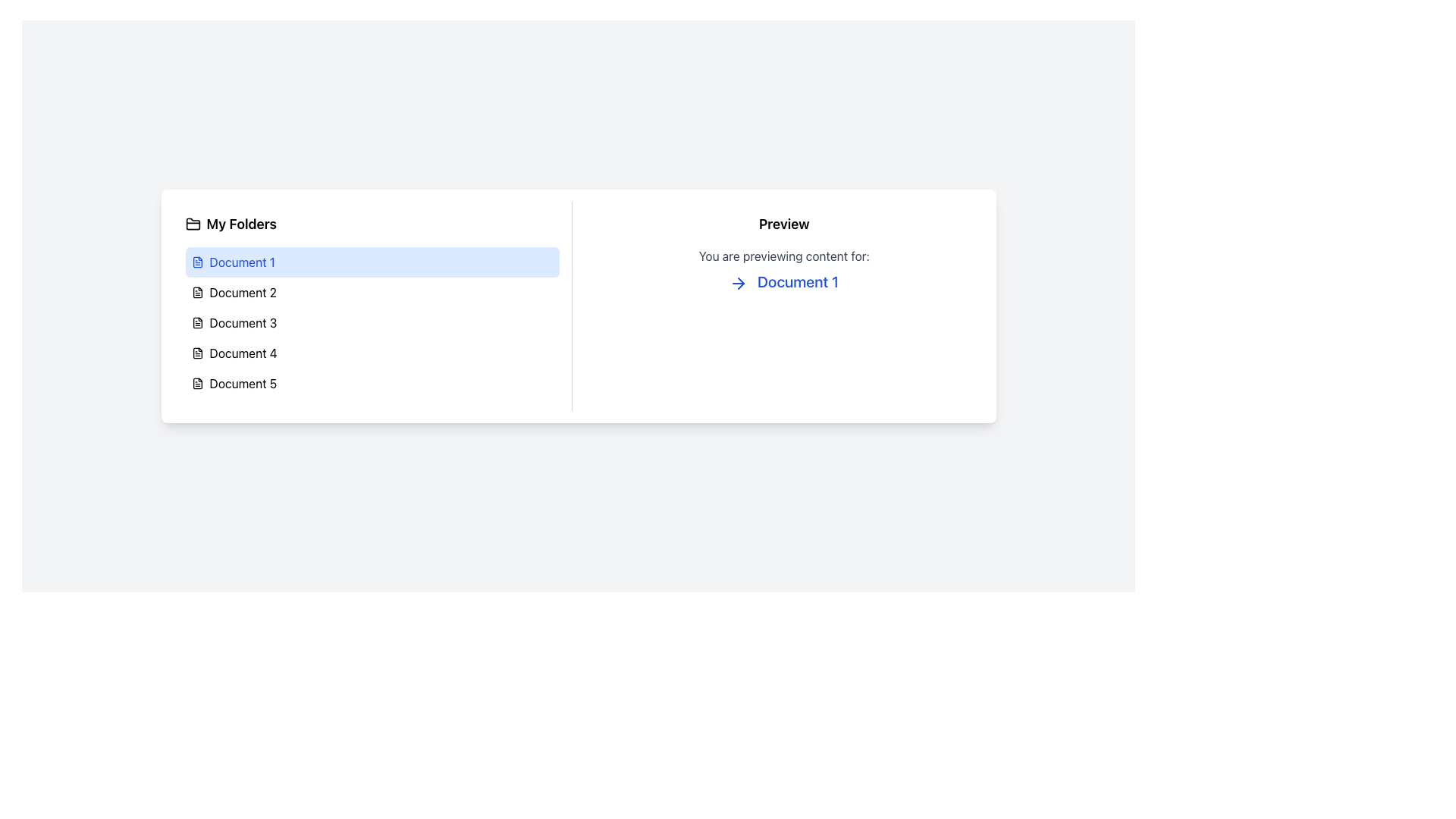 The width and height of the screenshot is (1456, 819). I want to click on the selectable list item labeled 'Document 2' located in the 'My Folders' section, directly below 'Document 1' and above 'Document 3', so click(372, 292).